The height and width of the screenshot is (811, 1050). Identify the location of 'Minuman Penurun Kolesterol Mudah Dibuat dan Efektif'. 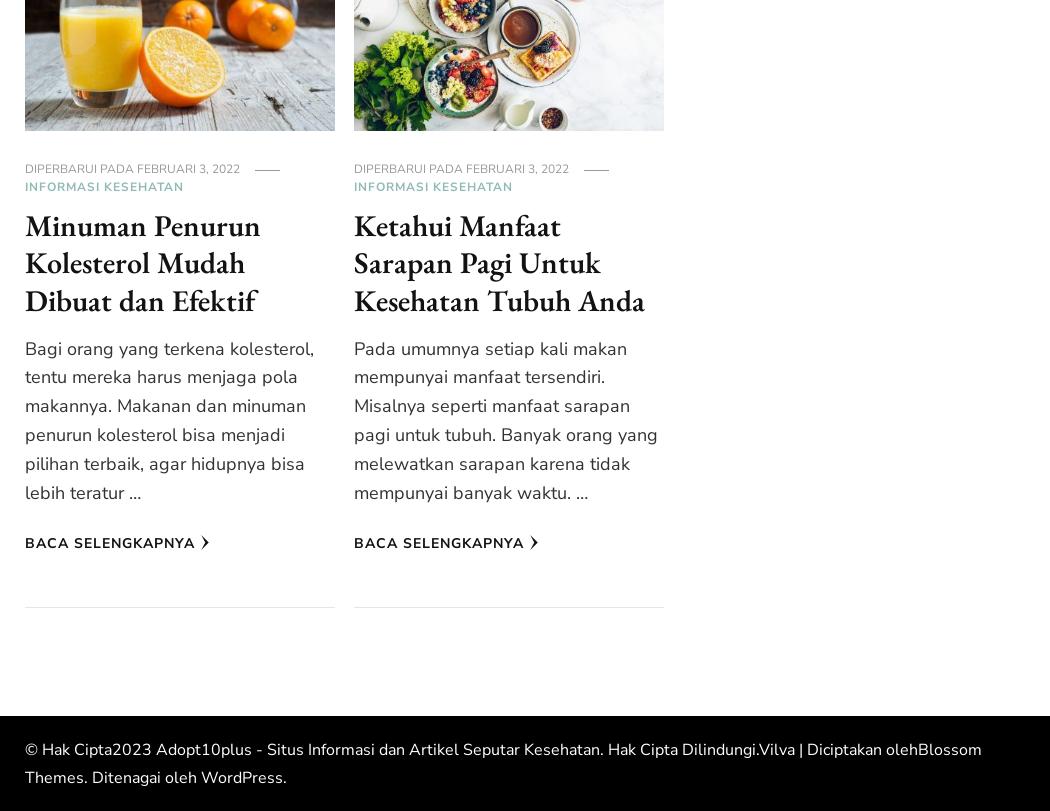
(142, 262).